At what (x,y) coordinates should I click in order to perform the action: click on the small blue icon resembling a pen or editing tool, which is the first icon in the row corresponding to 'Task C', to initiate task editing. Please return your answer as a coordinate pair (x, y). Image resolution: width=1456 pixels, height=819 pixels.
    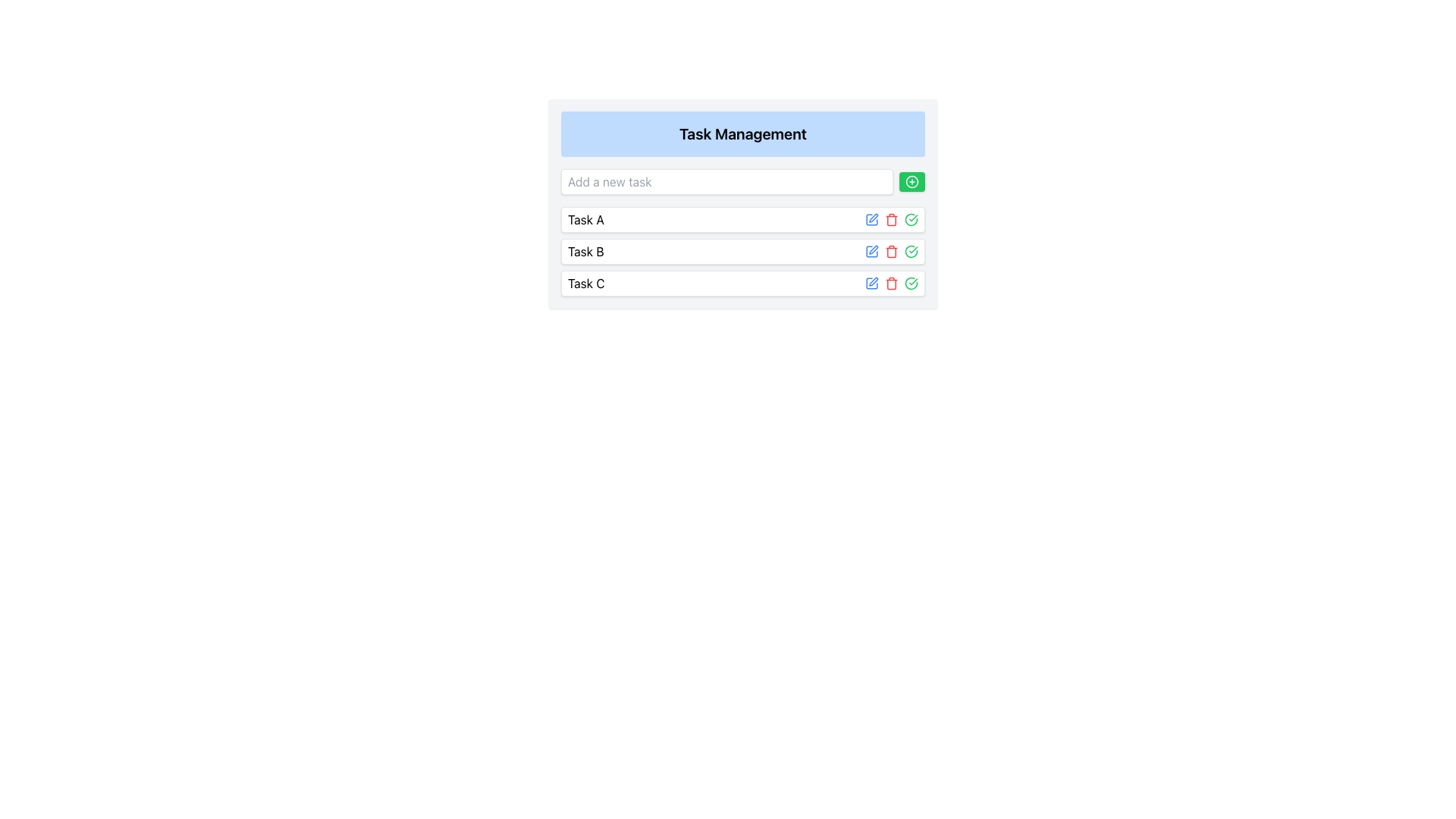
    Looking at the image, I should click on (872, 284).